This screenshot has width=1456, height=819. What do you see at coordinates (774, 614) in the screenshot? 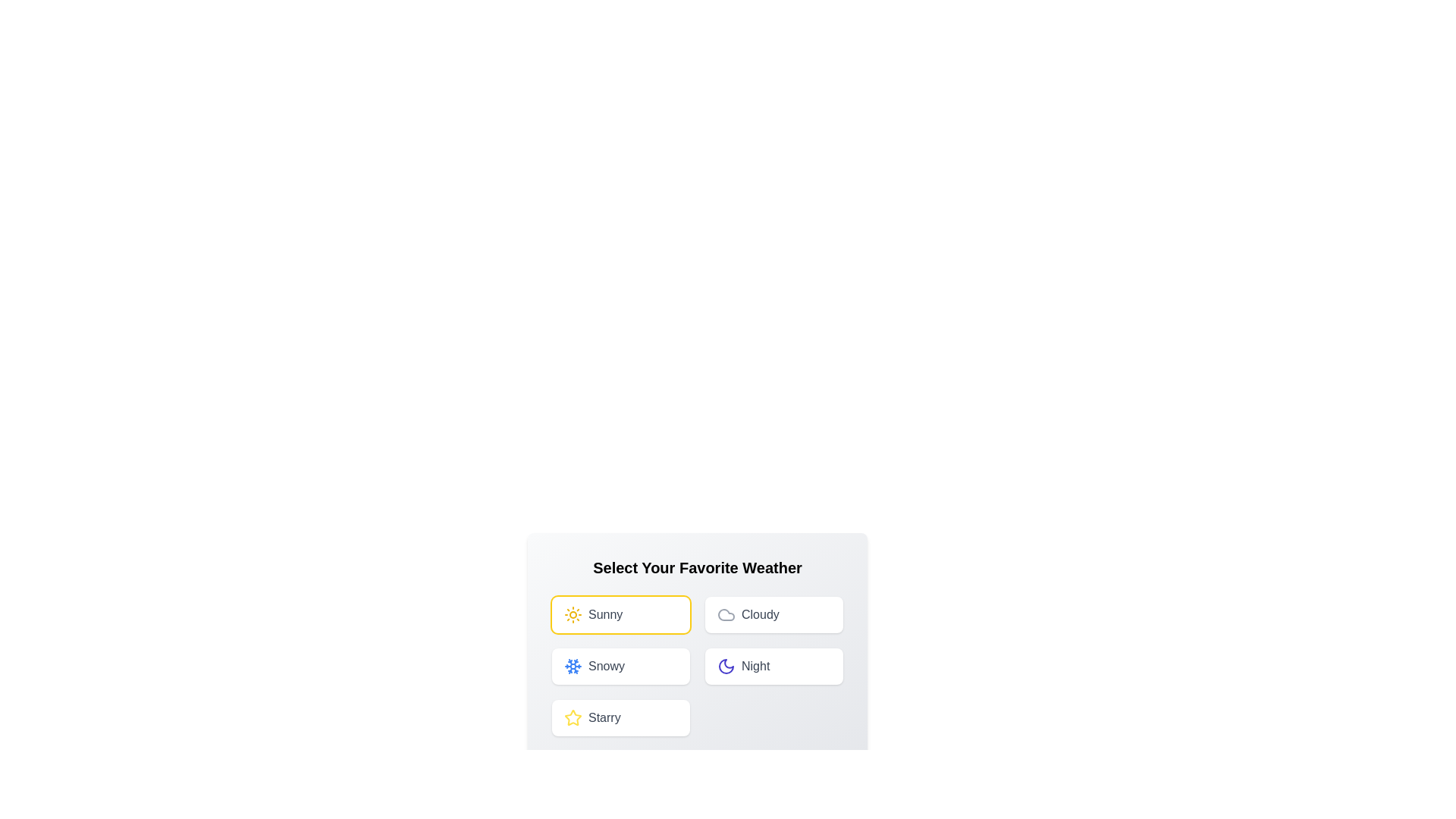
I see `the 'Cloudy' weather selection button, which is the second button in the first row of a grid layout containing five weather-related buttons, to trigger a hover effect` at bounding box center [774, 614].